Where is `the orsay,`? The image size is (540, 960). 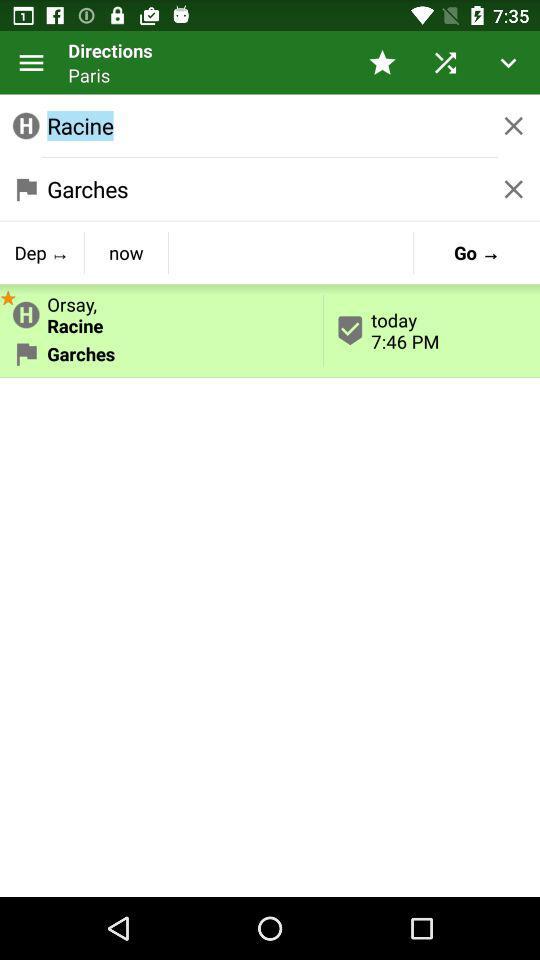 the orsay, is located at coordinates (160, 311).